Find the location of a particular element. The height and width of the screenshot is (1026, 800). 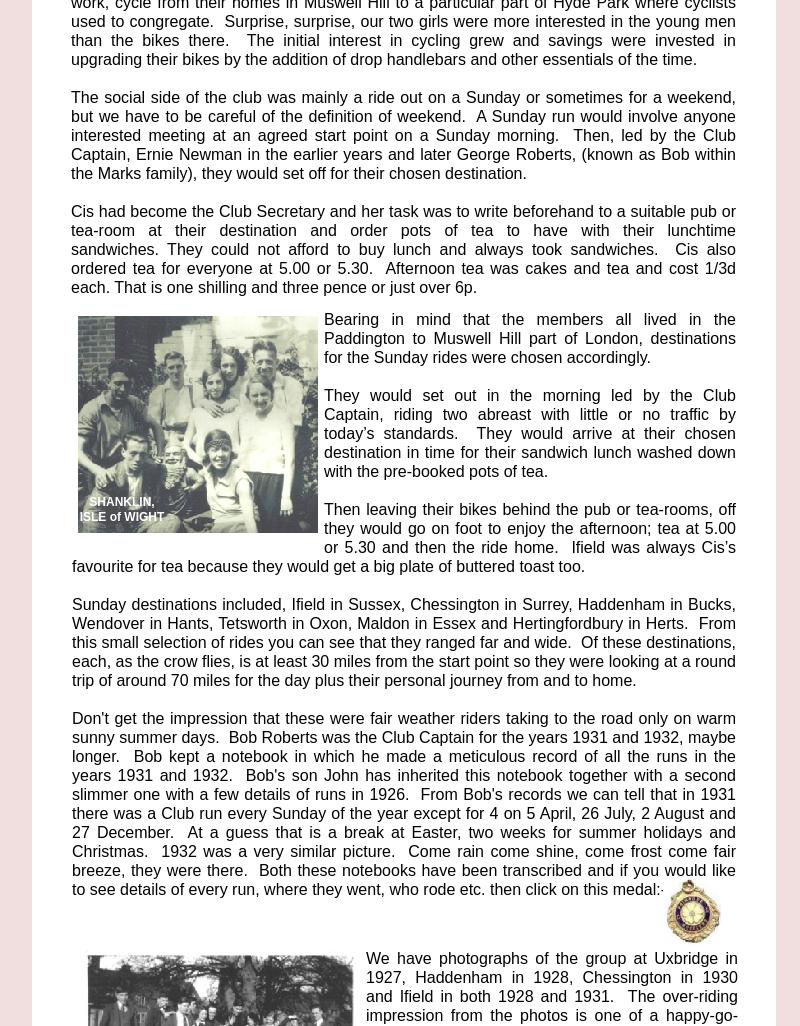

'Bearing in mind that the members all lived in the Paddington to Muswell Hill part of London, destinations for the Sunday rides were chosen accordingly.' is located at coordinates (323, 338).